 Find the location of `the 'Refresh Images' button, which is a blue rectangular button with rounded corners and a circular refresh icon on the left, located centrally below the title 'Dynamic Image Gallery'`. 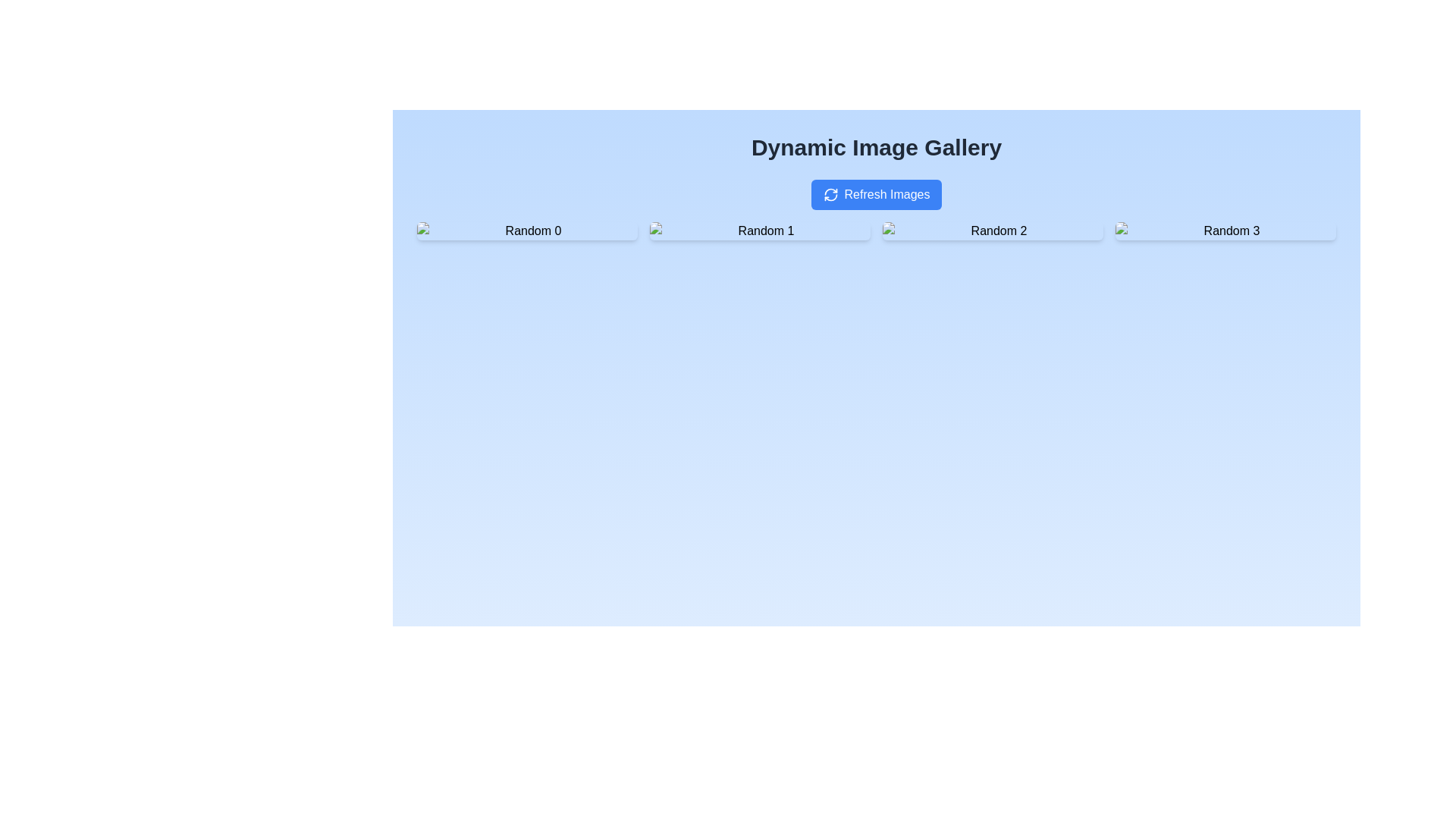

the 'Refresh Images' button, which is a blue rectangular button with rounded corners and a circular refresh icon on the left, located centrally below the title 'Dynamic Image Gallery' is located at coordinates (877, 194).